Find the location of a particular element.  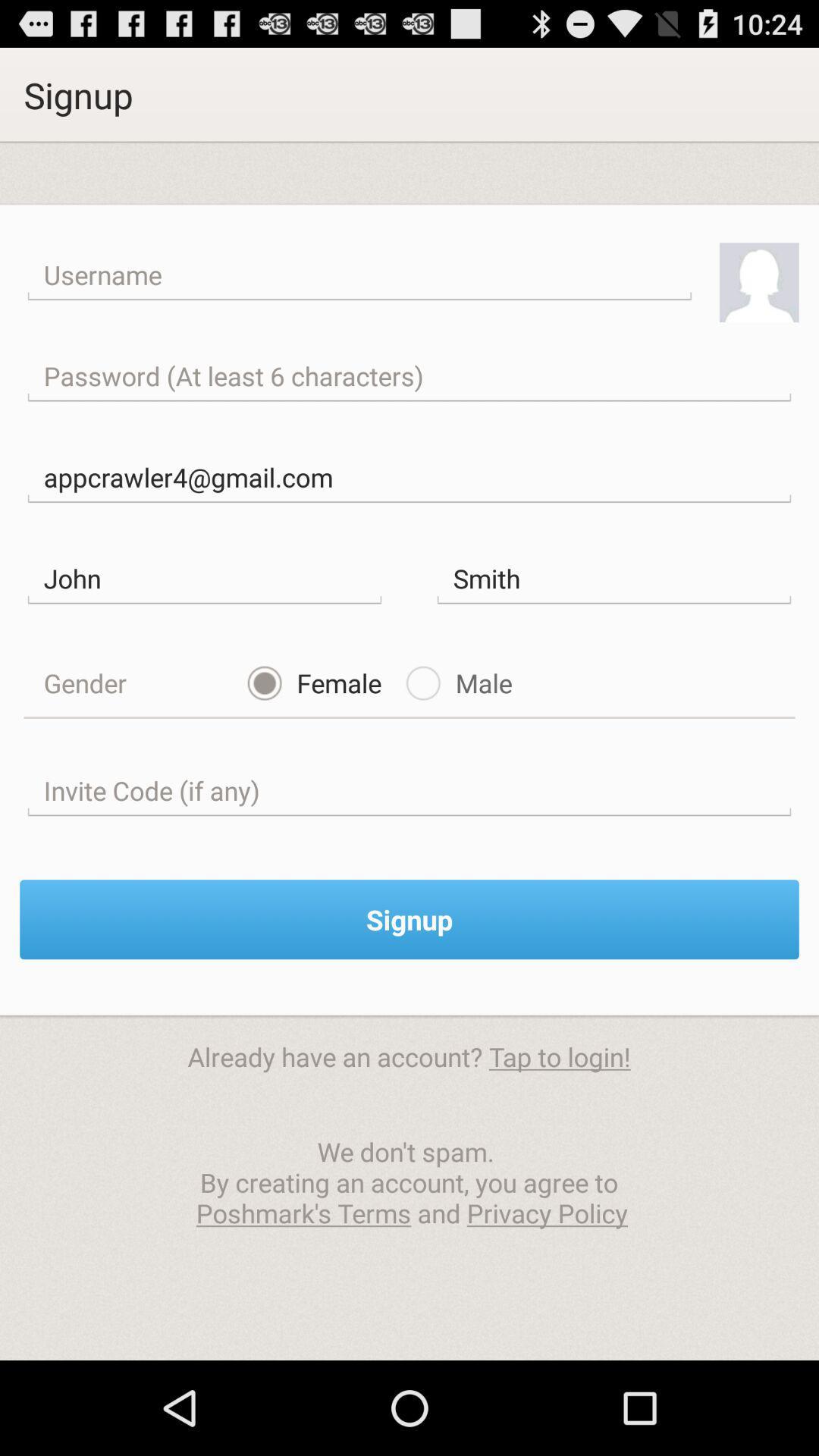

a password is located at coordinates (409, 376).